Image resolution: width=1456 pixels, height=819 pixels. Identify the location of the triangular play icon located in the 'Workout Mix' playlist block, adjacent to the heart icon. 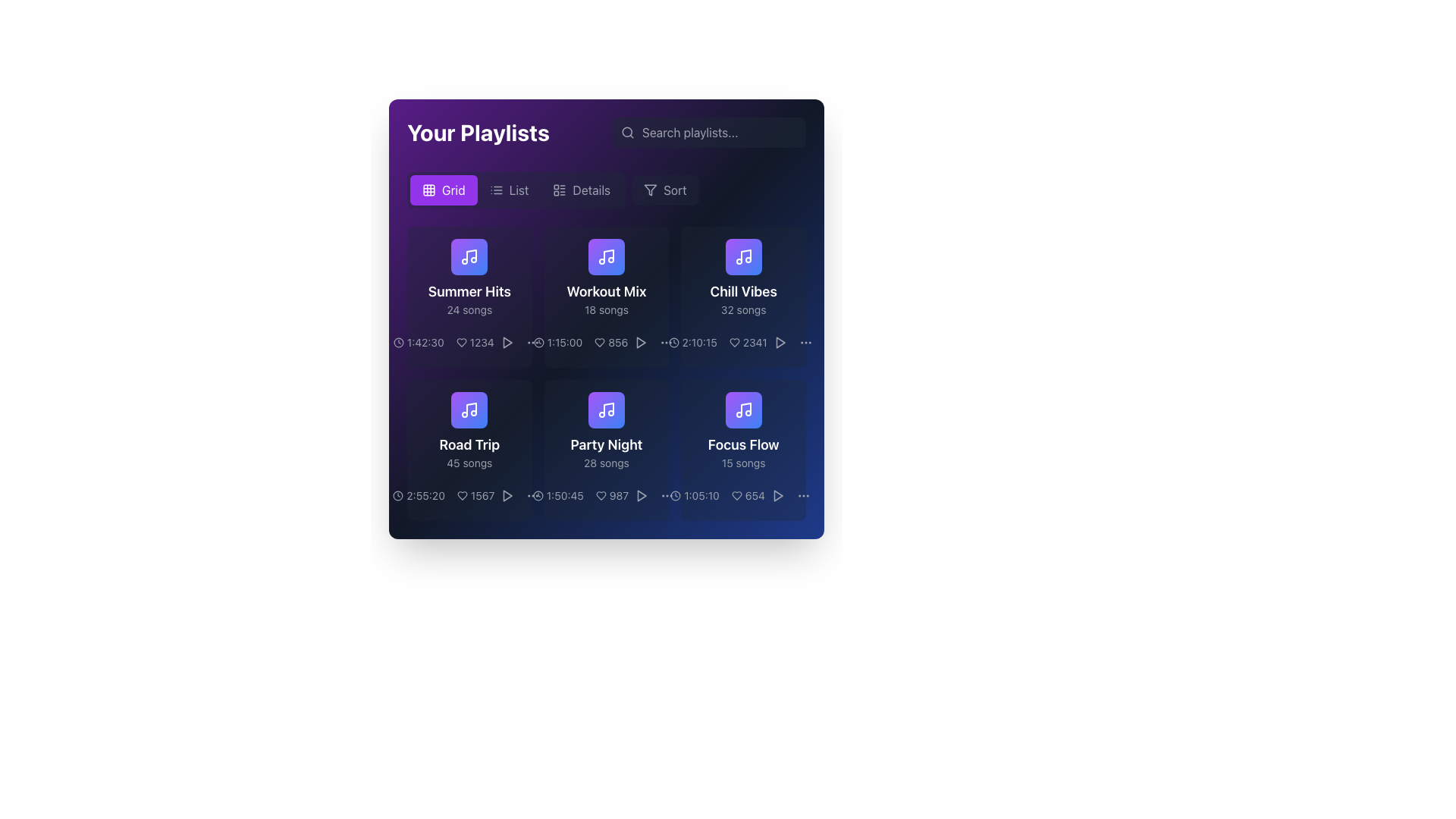
(642, 342).